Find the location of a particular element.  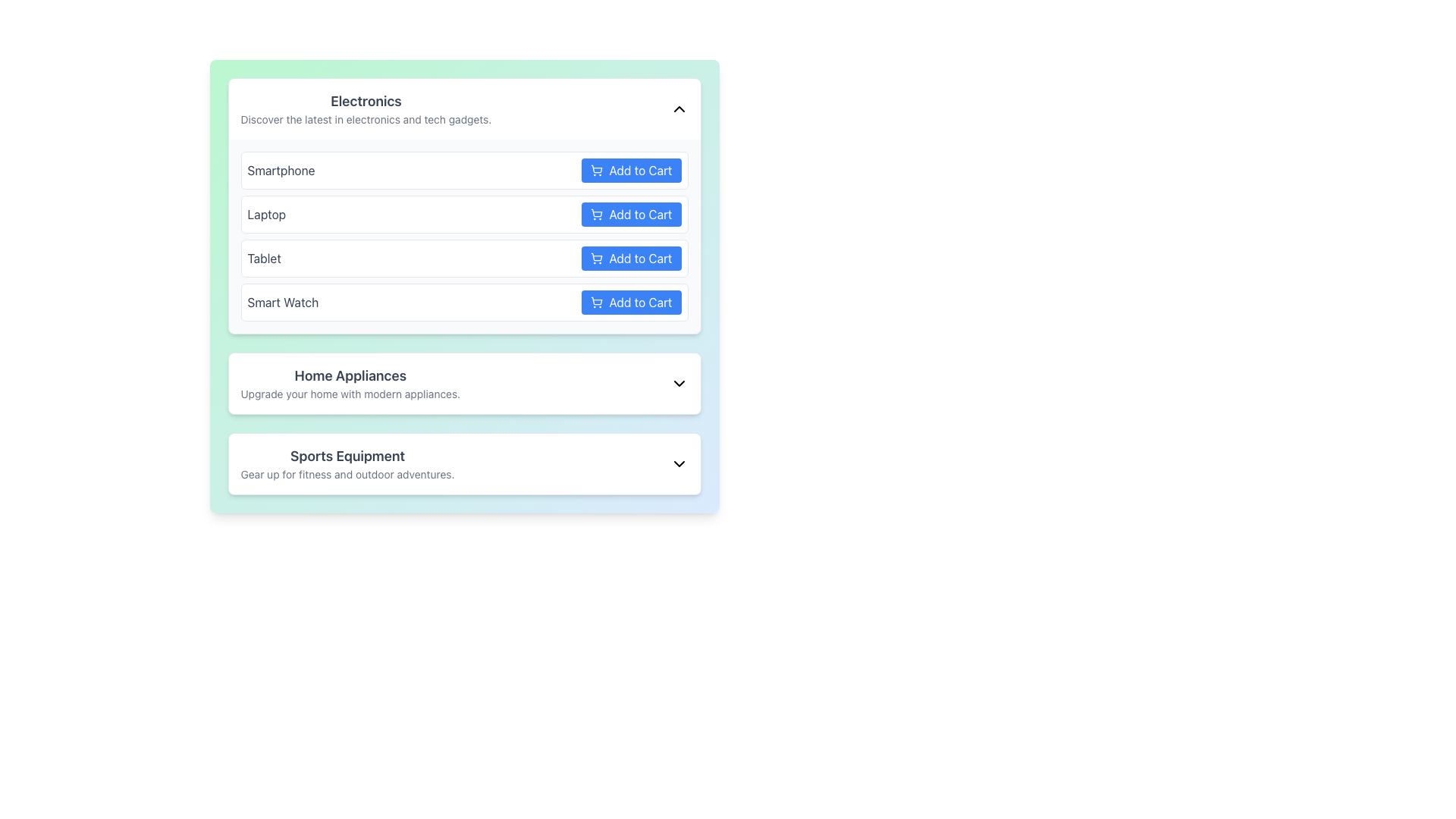

the text label that reads 'Upgrade your home with modern appliances.' which is a smaller, light gray font located directly below the 'Home Appliances' title is located at coordinates (350, 394).